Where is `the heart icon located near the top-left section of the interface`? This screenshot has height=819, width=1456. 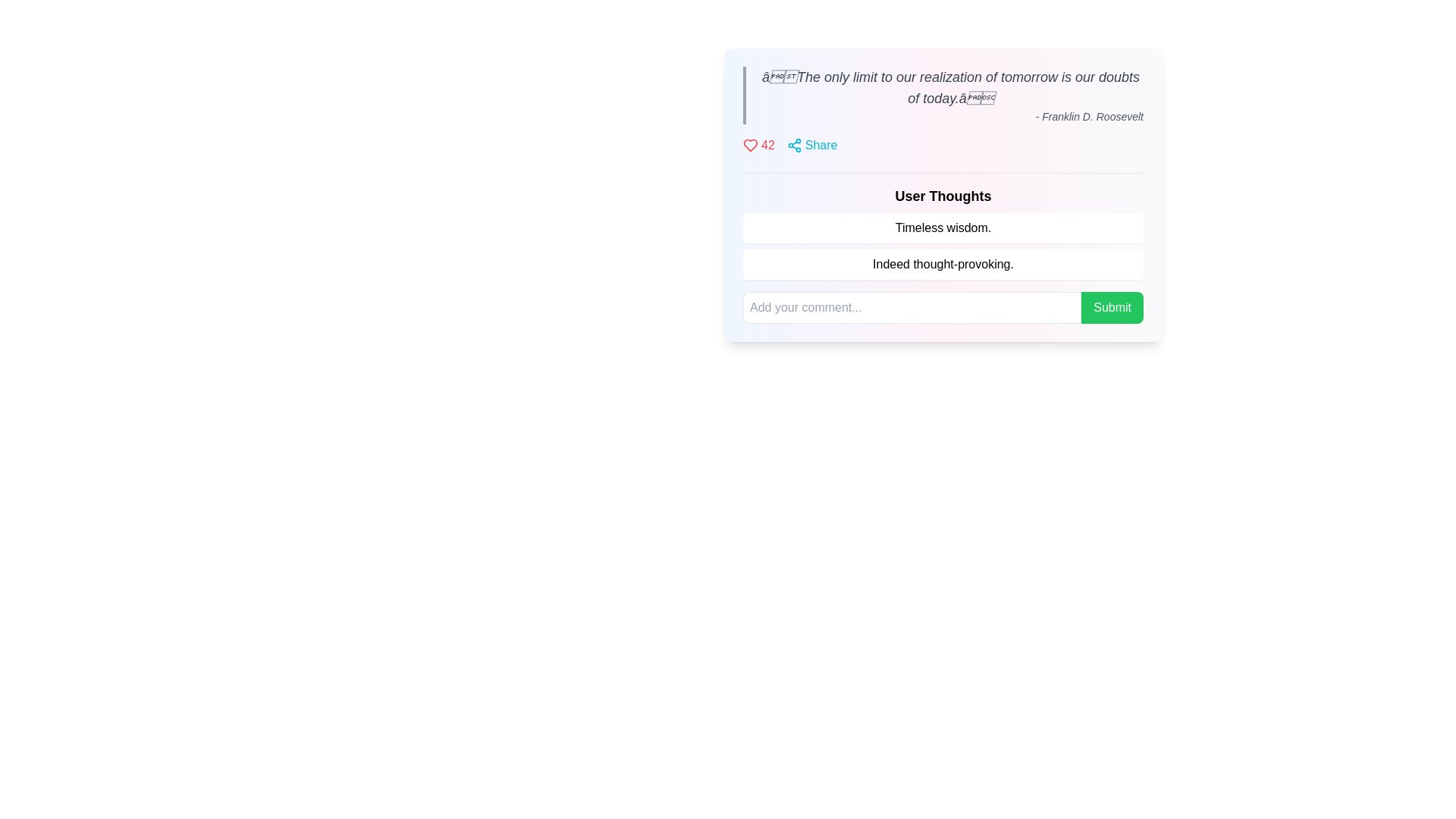 the heart icon located near the top-left section of the interface is located at coordinates (750, 146).